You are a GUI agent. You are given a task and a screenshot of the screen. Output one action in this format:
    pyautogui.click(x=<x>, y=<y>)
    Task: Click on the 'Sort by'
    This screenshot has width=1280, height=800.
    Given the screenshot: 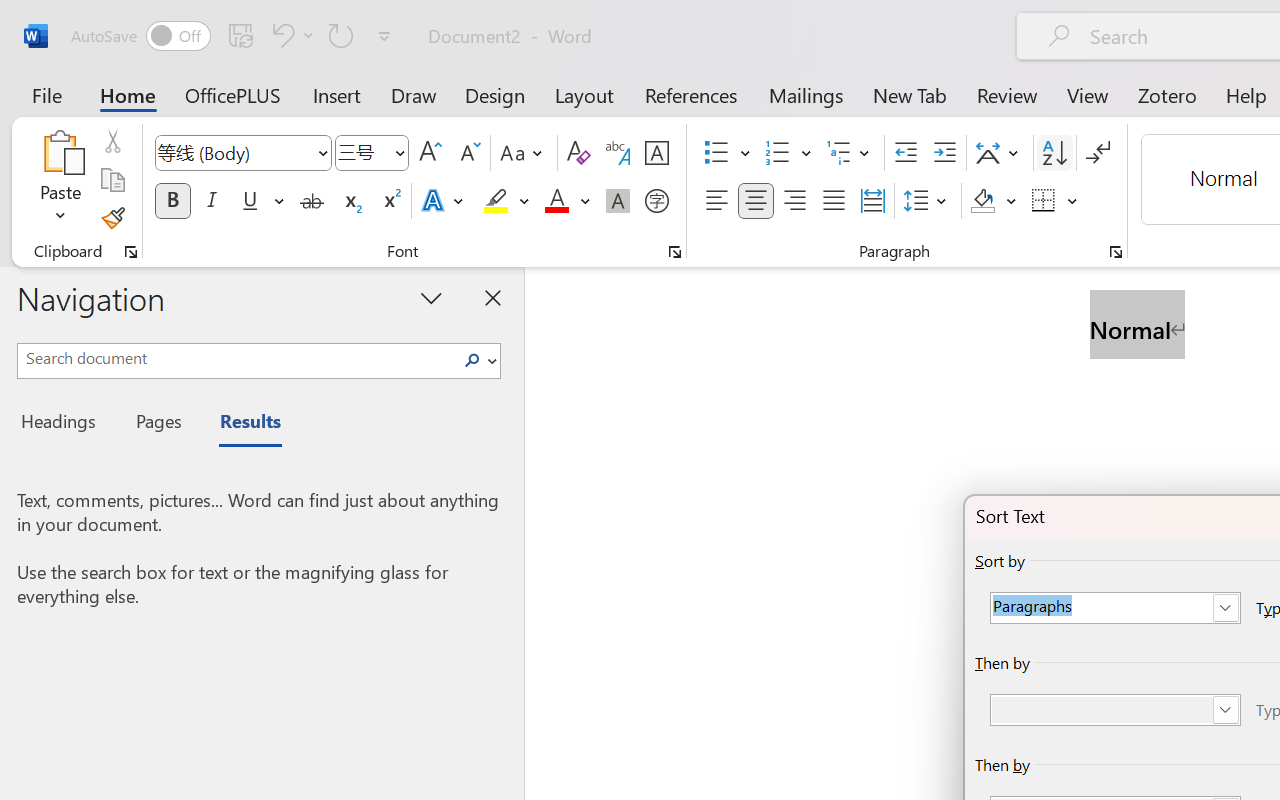 What is the action you would take?
    pyautogui.click(x=1114, y=608)
    